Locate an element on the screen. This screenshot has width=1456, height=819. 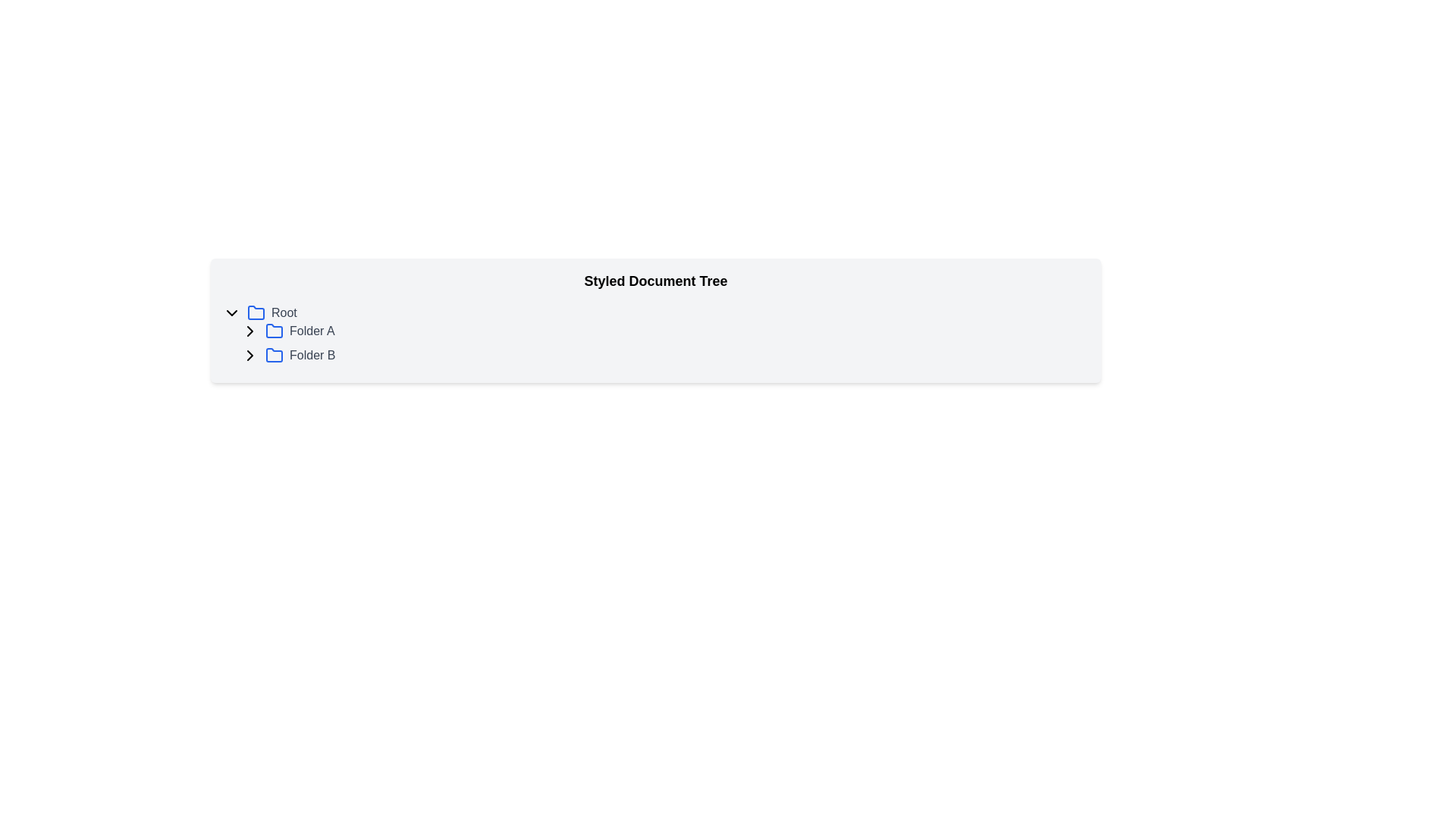
the heading text at the top of the rounded, shadowed box is located at coordinates (655, 281).